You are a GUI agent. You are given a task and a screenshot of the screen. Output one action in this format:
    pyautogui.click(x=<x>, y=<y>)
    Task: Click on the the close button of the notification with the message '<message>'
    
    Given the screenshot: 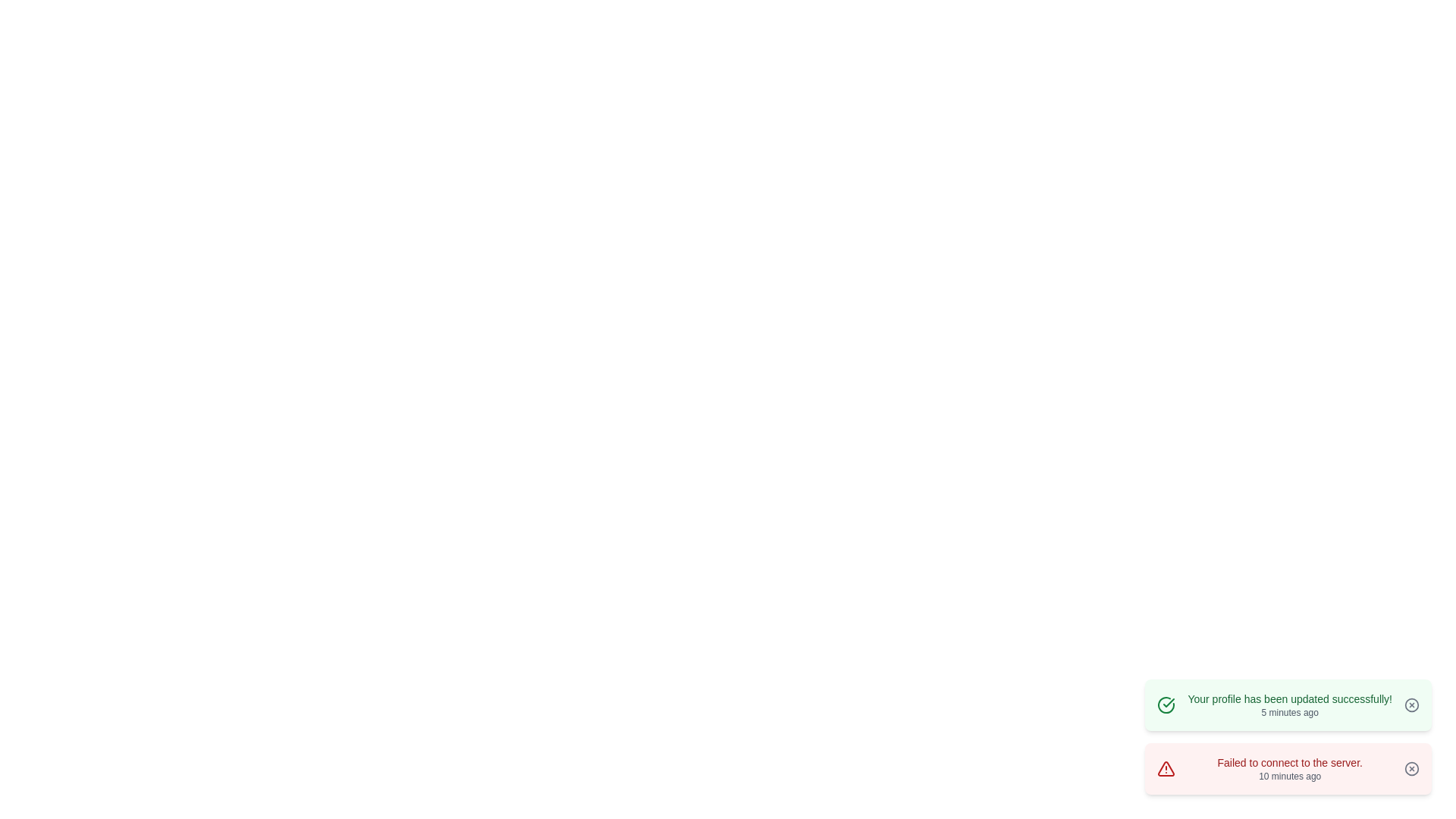 What is the action you would take?
    pyautogui.click(x=1411, y=704)
    